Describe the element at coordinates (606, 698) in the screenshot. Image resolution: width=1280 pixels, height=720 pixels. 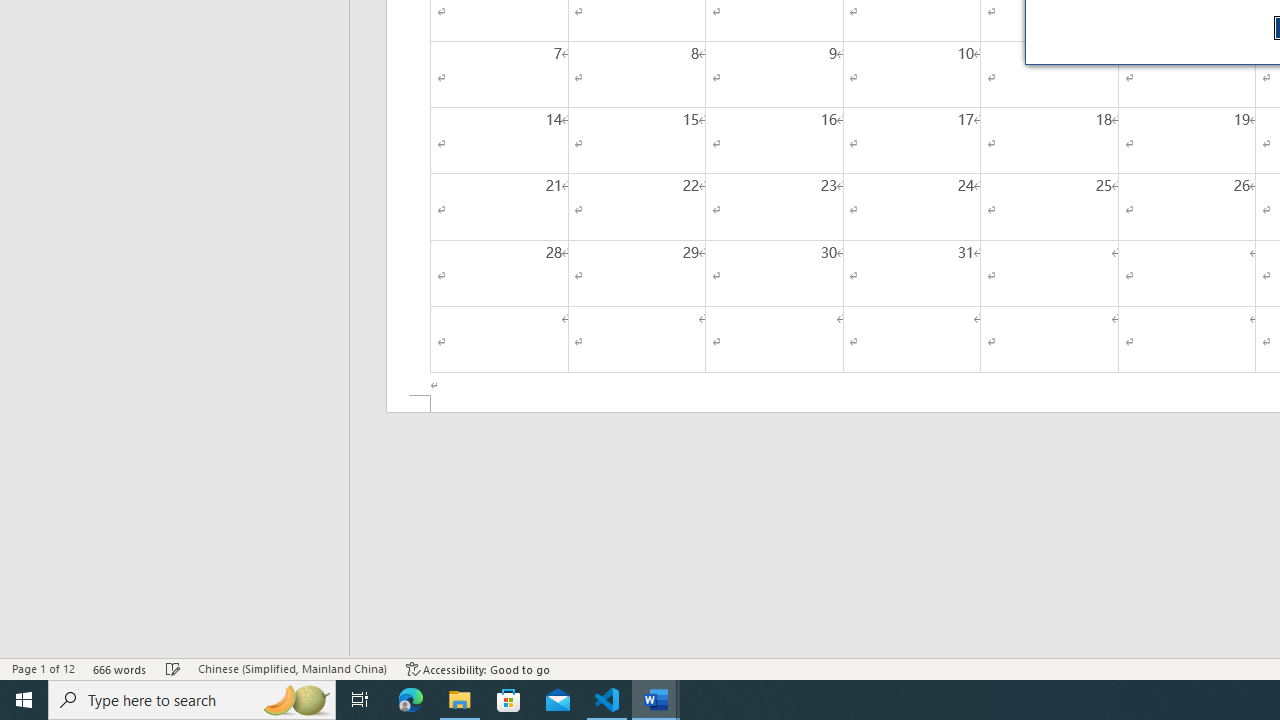
I see `'Visual Studio Code - 1 running window'` at that location.